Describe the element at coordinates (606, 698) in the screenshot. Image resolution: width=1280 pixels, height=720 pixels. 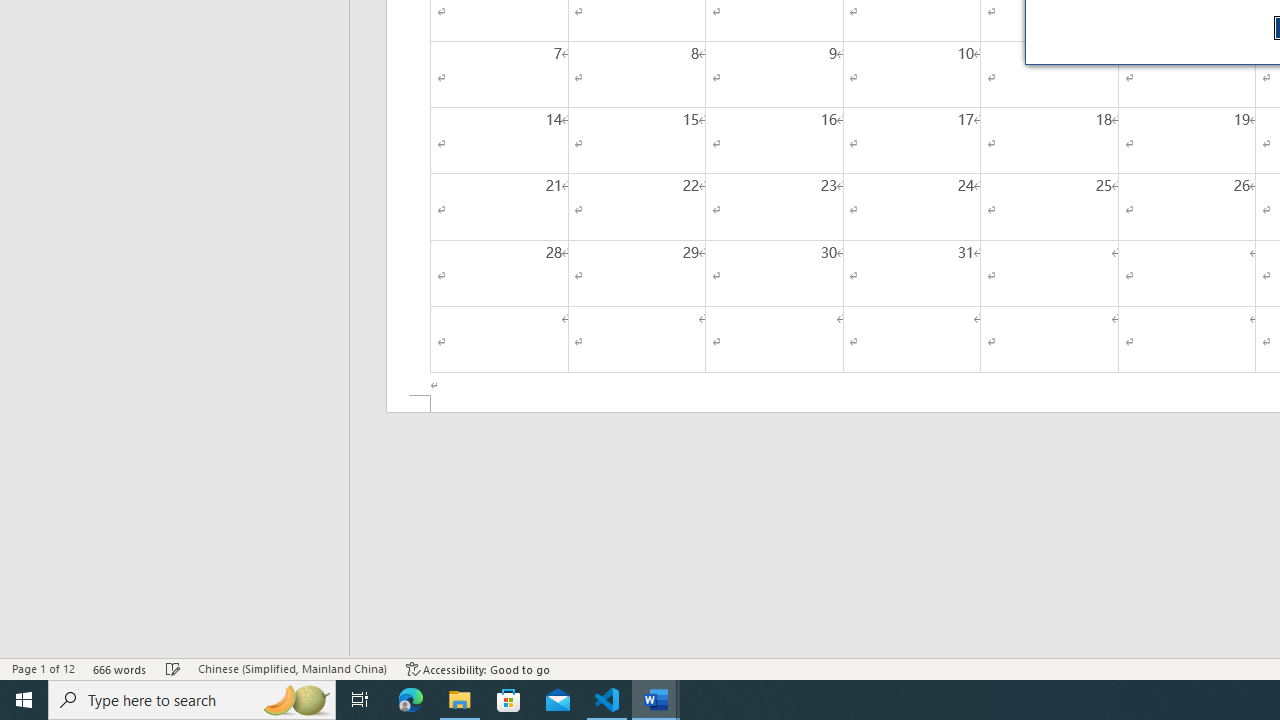
I see `'Visual Studio Code - 1 running window'` at that location.